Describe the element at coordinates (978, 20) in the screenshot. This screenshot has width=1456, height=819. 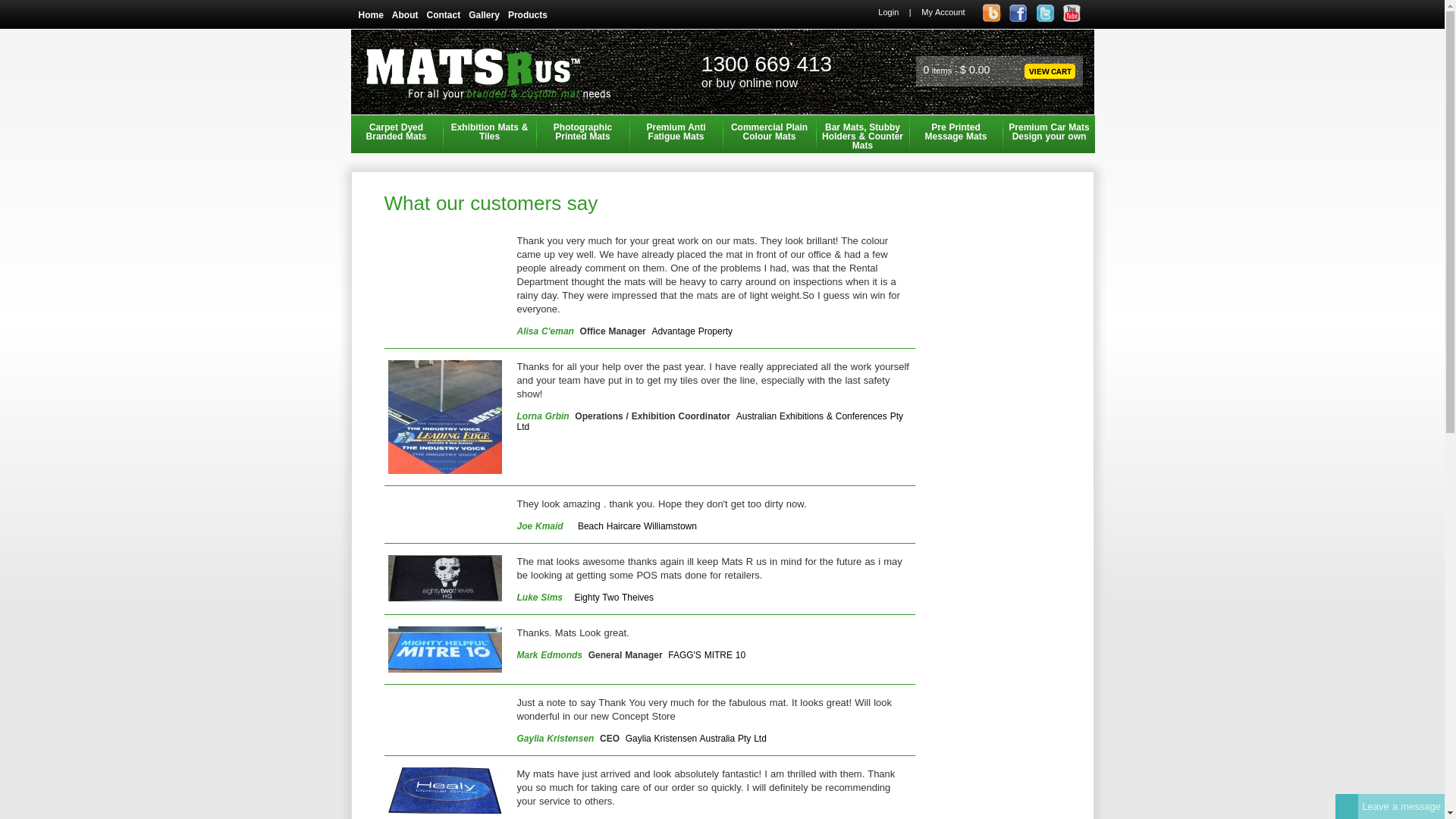
I see `'Blog'` at that location.